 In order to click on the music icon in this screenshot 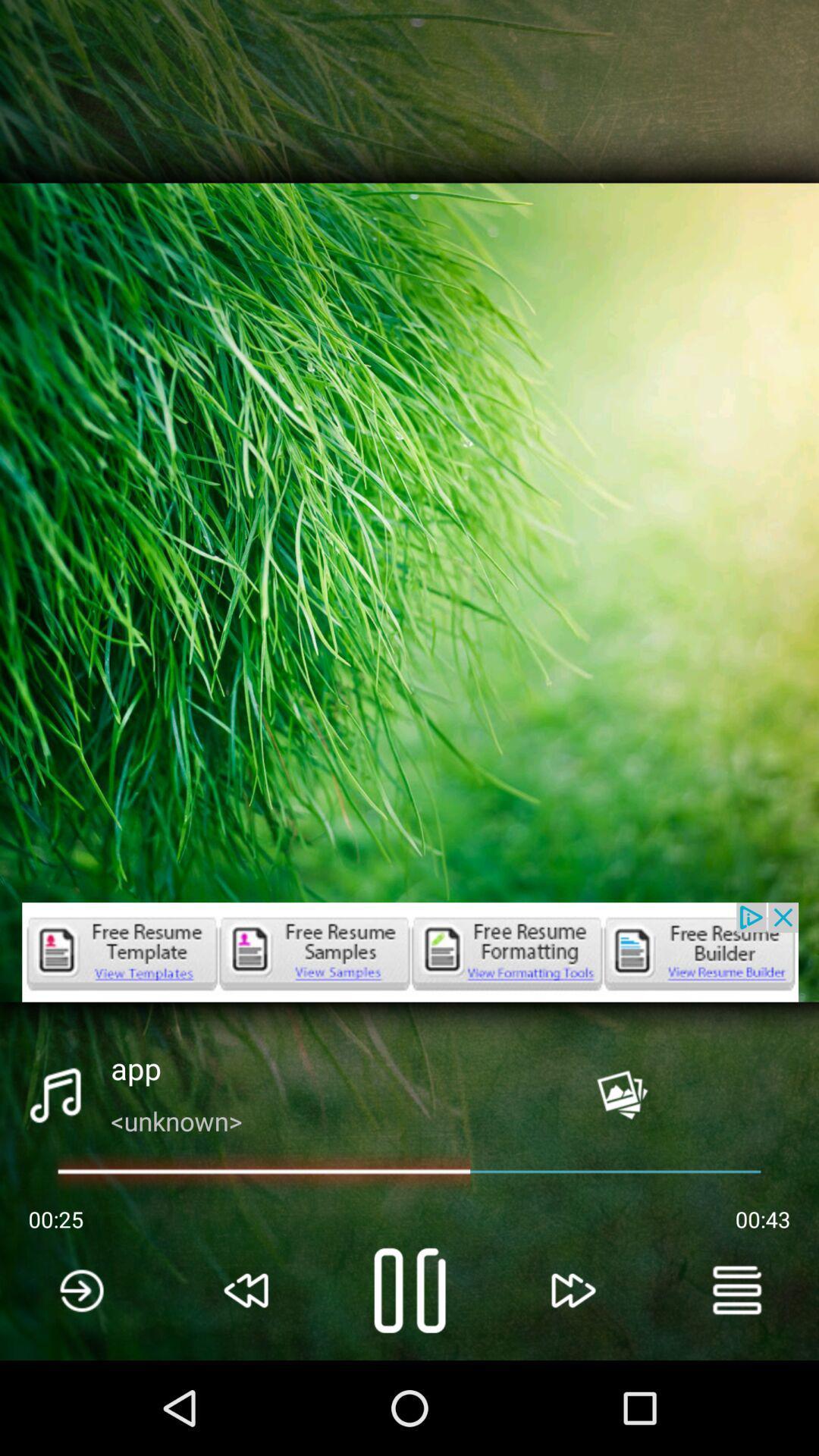, I will do `click(55, 1094)`.